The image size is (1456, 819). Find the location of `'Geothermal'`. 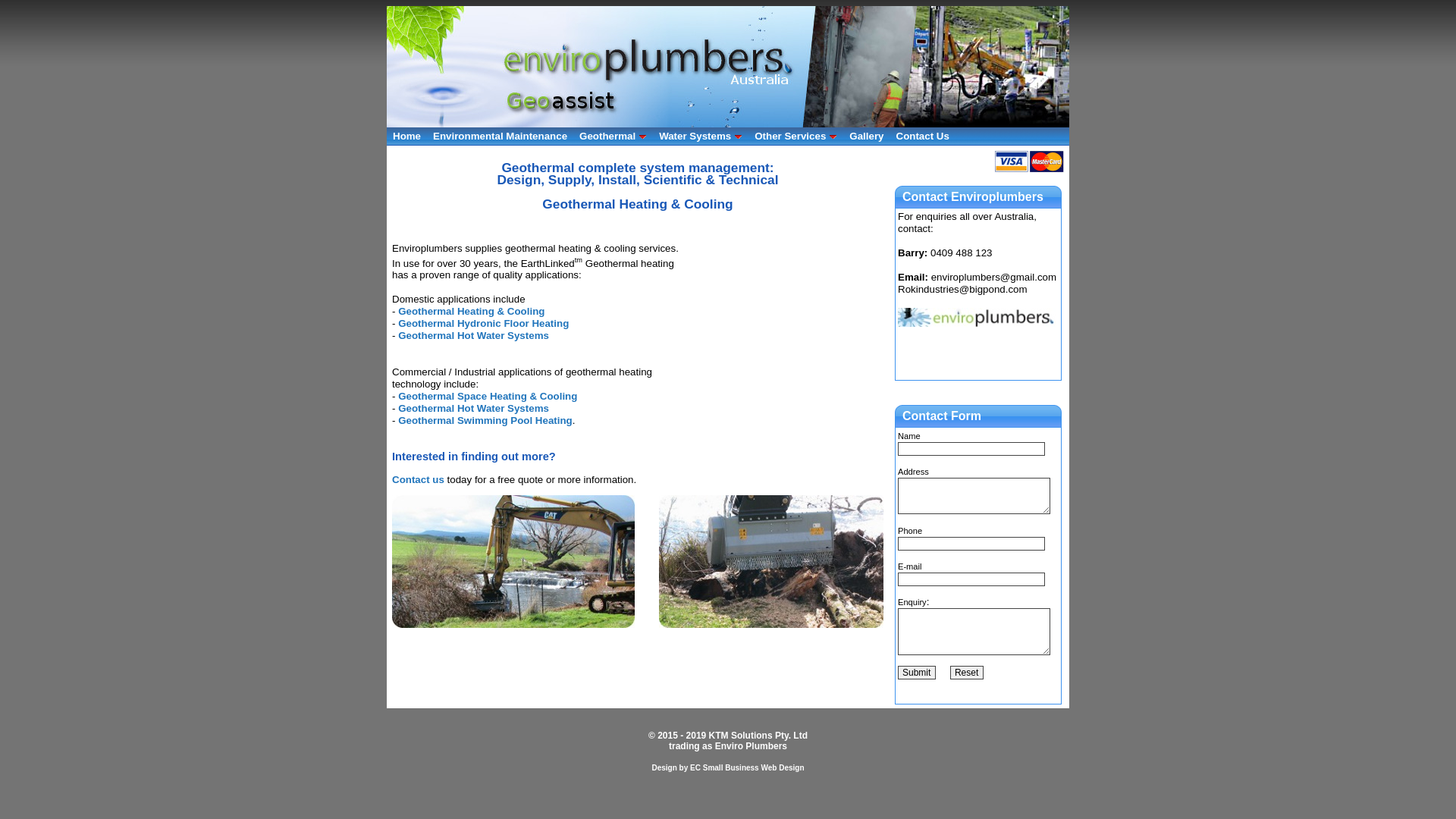

'Geothermal' is located at coordinates (572, 135).